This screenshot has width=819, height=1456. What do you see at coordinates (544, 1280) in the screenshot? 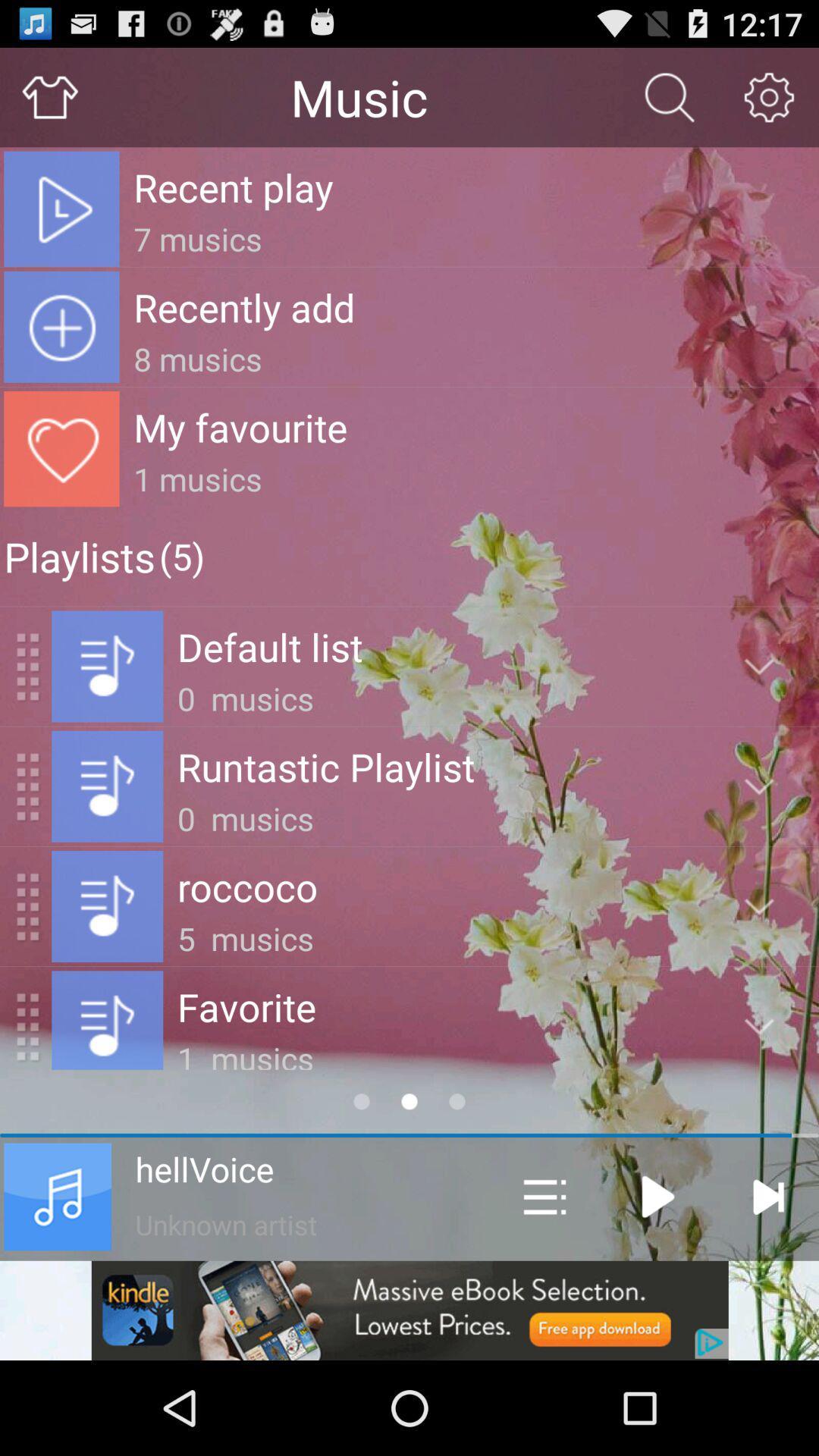
I see `the sliders icon` at bounding box center [544, 1280].